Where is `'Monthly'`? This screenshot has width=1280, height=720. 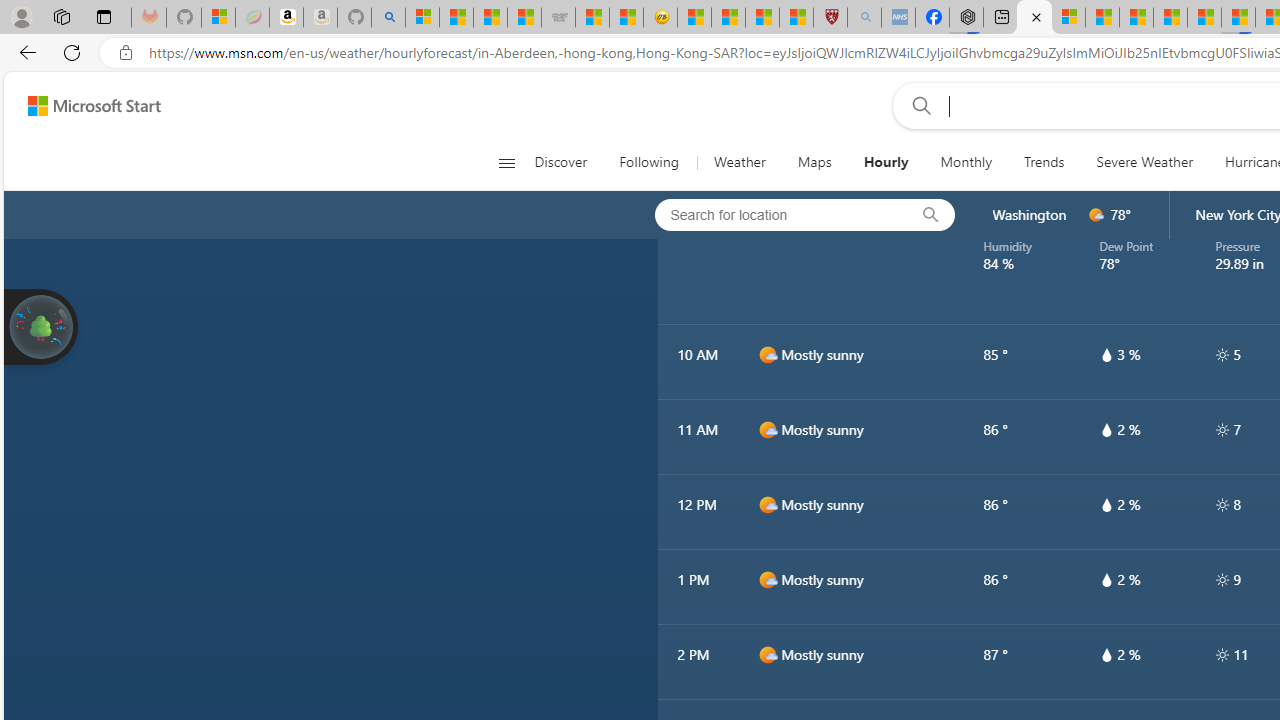
'Monthly' is located at coordinates (966, 162).